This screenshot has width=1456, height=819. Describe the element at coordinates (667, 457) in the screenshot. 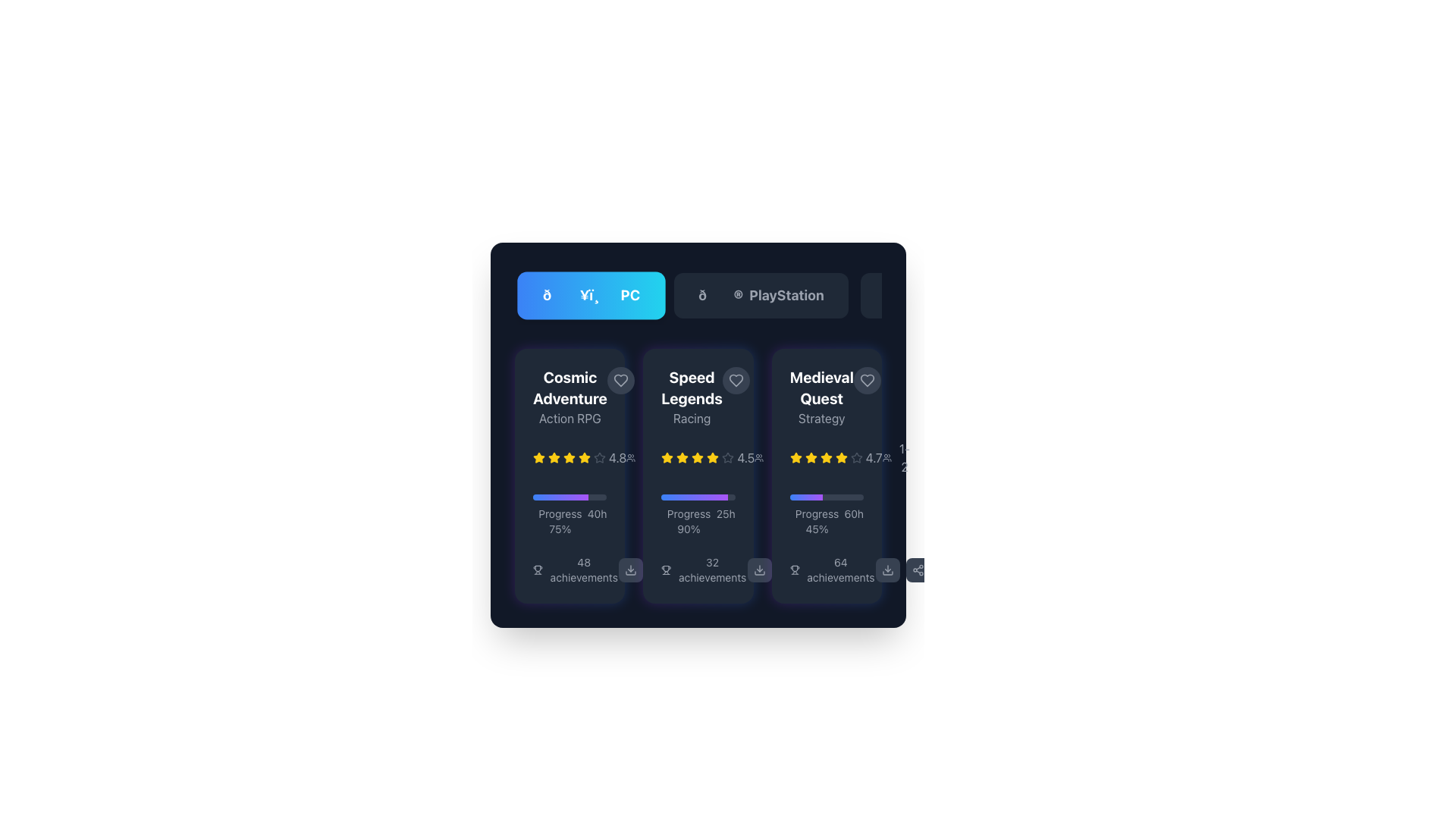

I see `the Rating star icon for the 'Speed Legends' game, which is part of a row of rating stars` at that location.